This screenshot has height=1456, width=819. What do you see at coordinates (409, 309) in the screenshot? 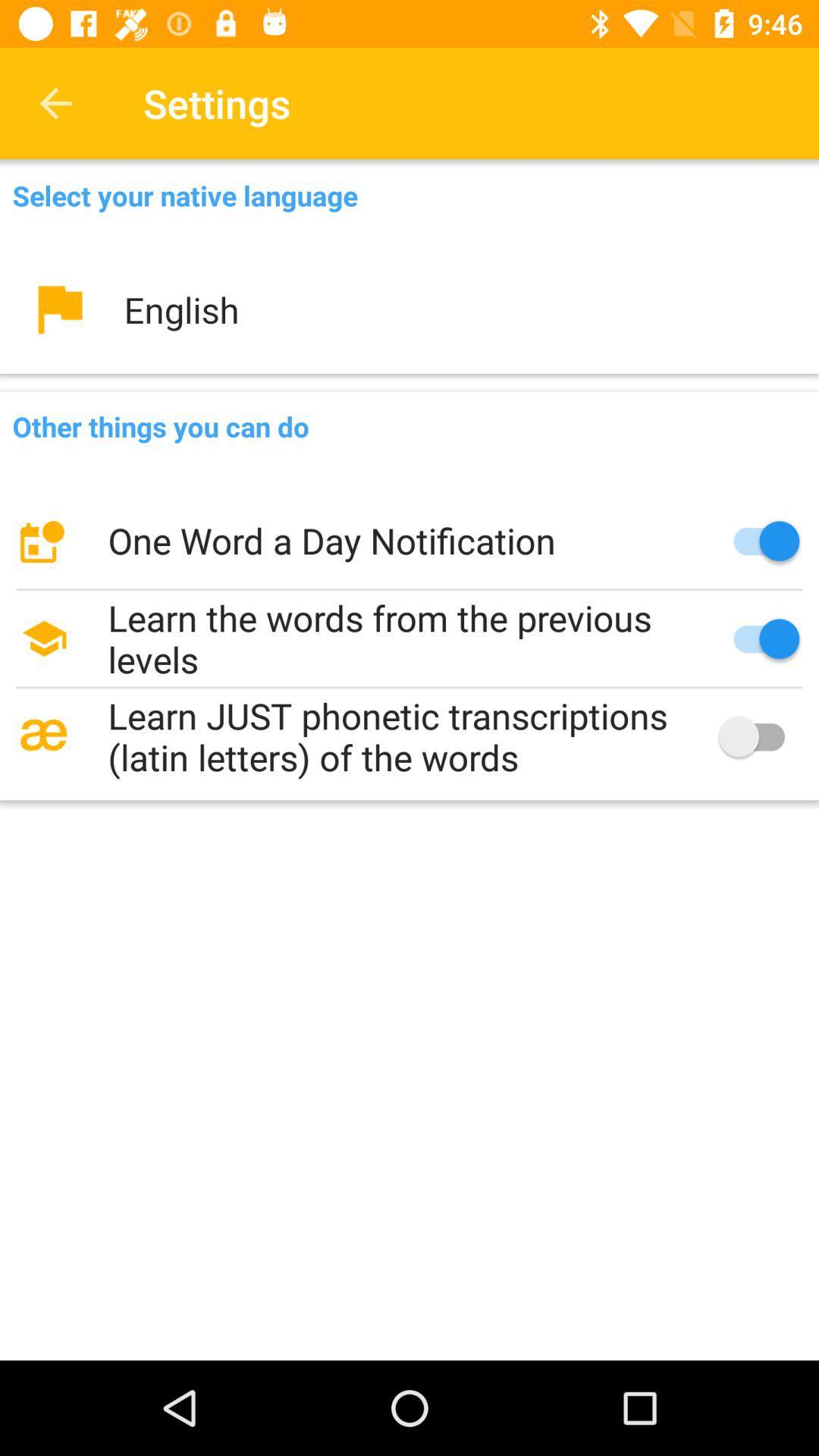
I see `the icon below select your native item` at bounding box center [409, 309].